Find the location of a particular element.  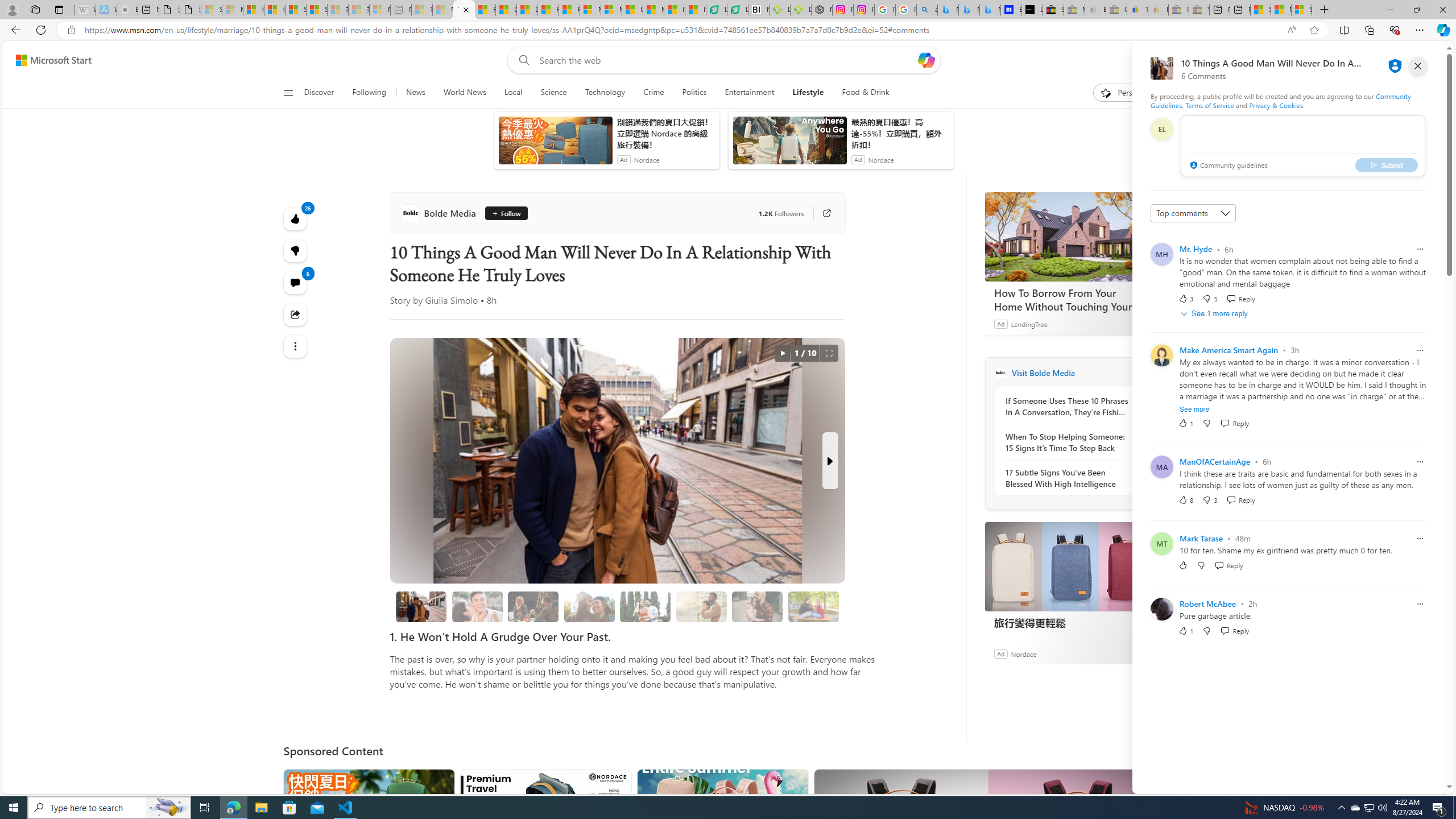

'LendingTree' is located at coordinates (1029, 323).